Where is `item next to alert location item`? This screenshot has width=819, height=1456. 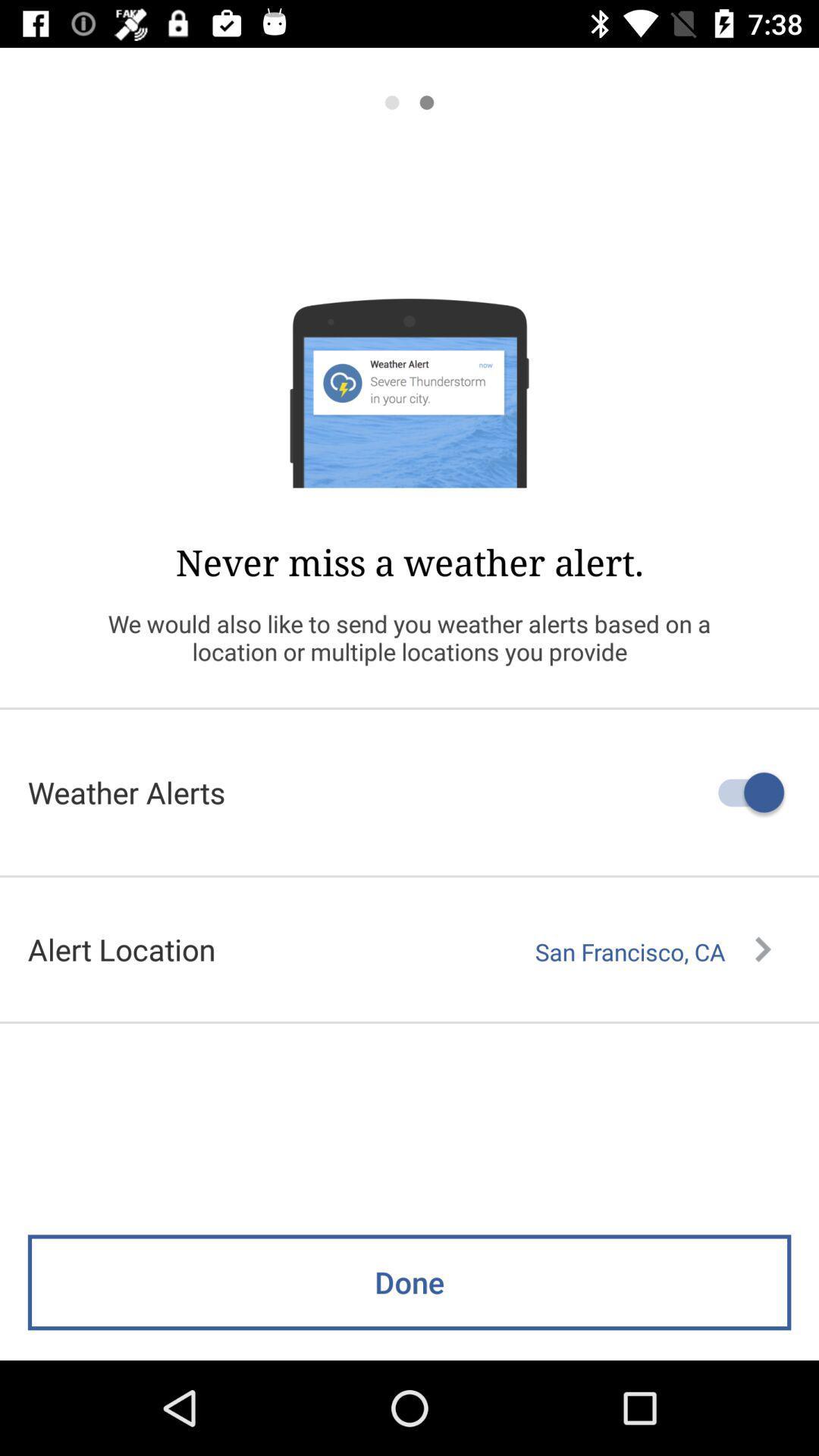 item next to alert location item is located at coordinates (652, 951).